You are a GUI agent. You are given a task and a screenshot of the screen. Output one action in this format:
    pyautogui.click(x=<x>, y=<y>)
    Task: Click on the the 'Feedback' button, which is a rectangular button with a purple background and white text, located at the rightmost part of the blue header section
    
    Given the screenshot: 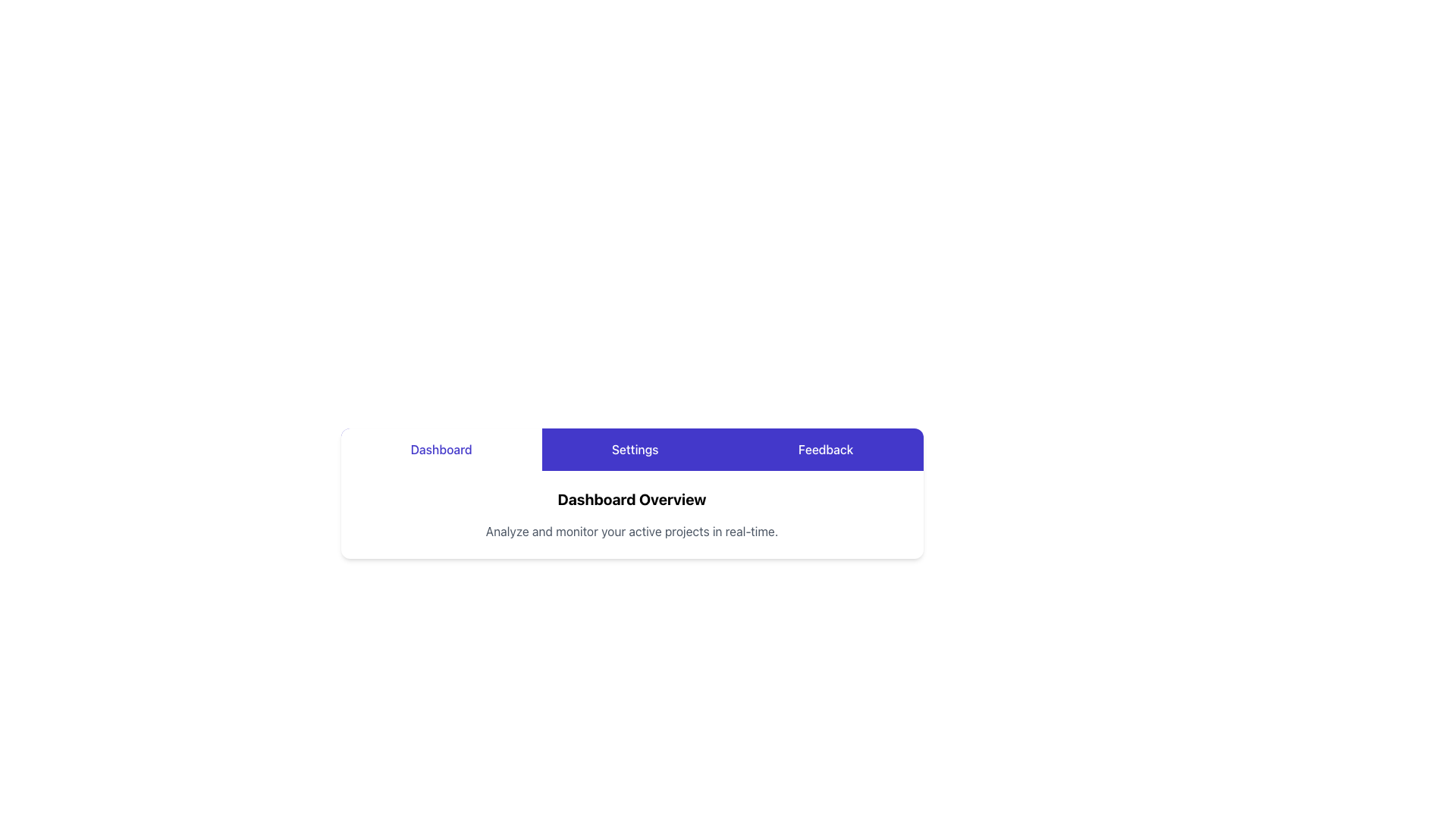 What is the action you would take?
    pyautogui.click(x=825, y=449)
    